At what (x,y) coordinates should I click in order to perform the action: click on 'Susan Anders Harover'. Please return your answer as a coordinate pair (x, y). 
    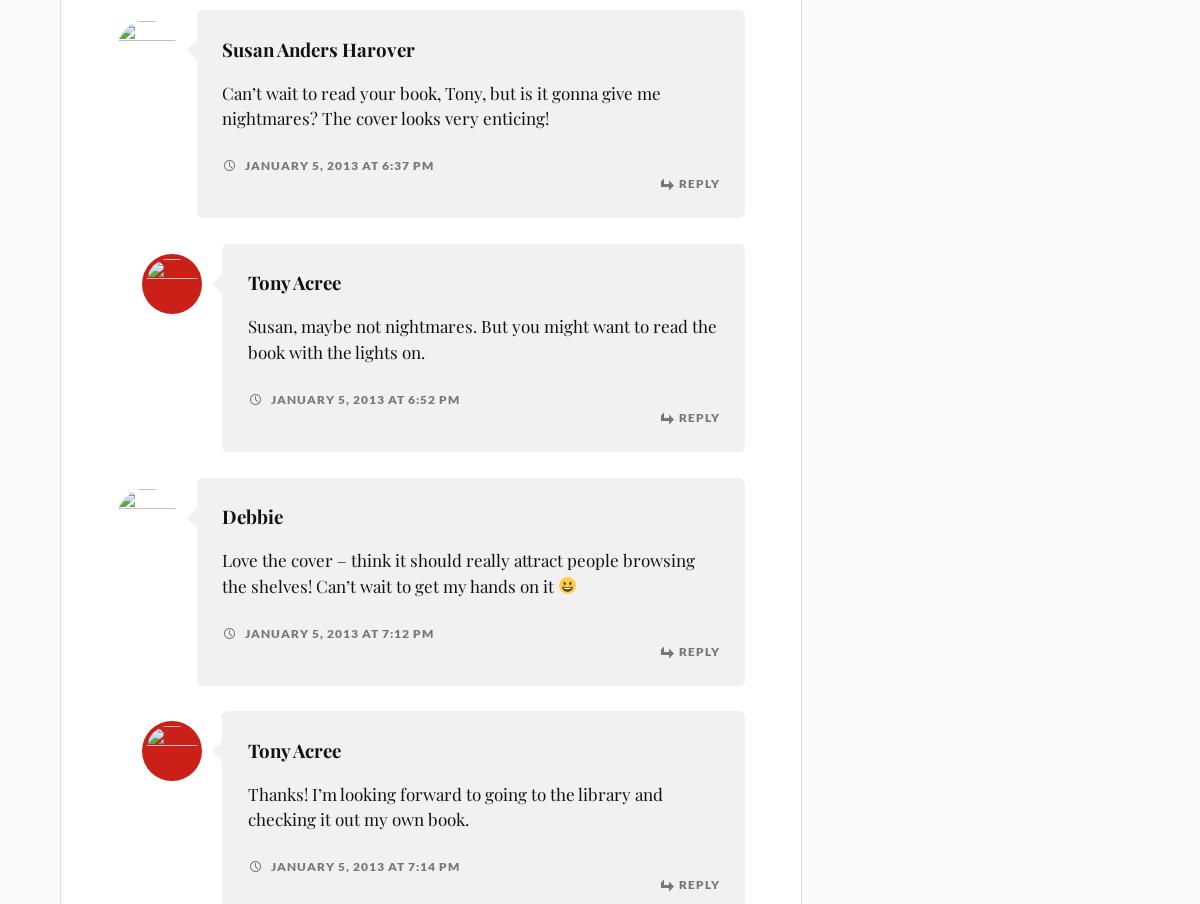
    Looking at the image, I should click on (318, 47).